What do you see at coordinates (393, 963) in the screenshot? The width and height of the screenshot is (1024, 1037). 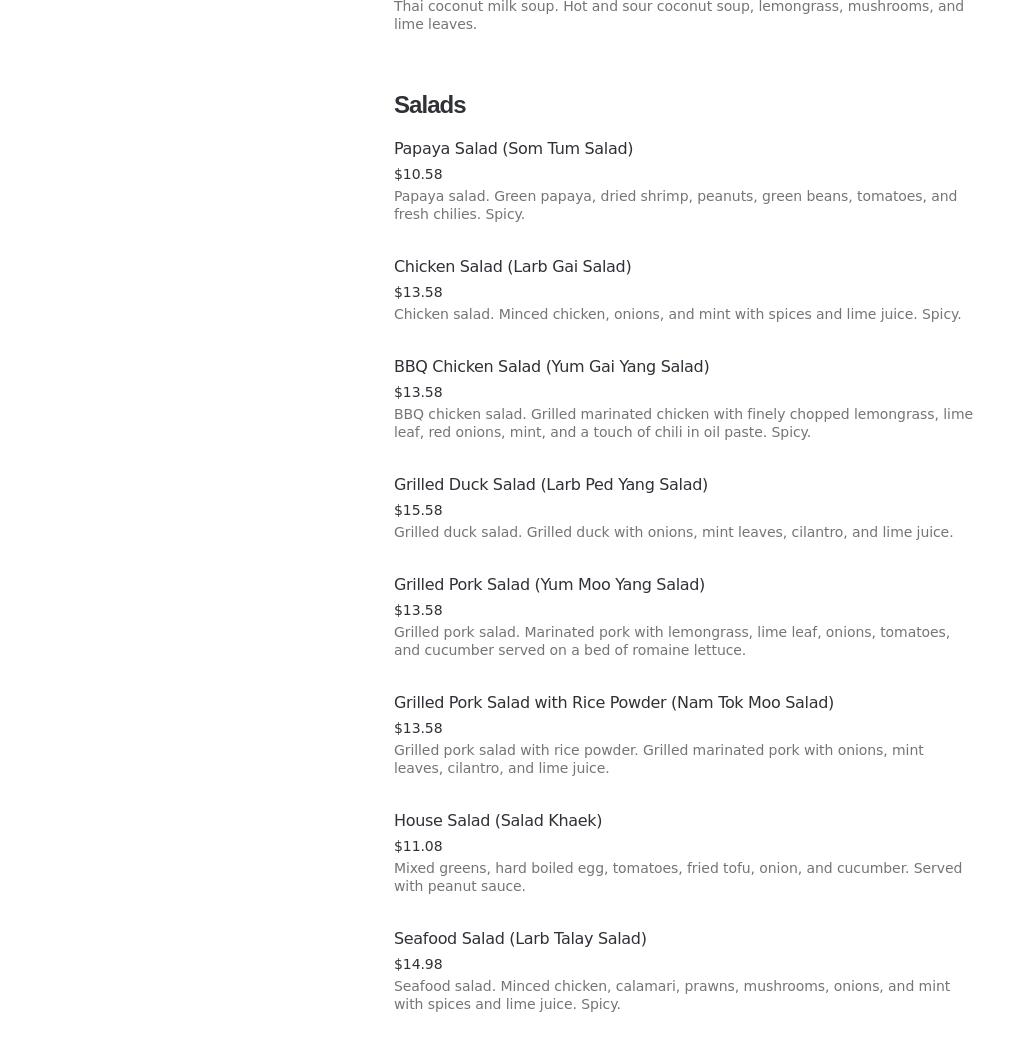 I see `'$14.98'` at bounding box center [393, 963].